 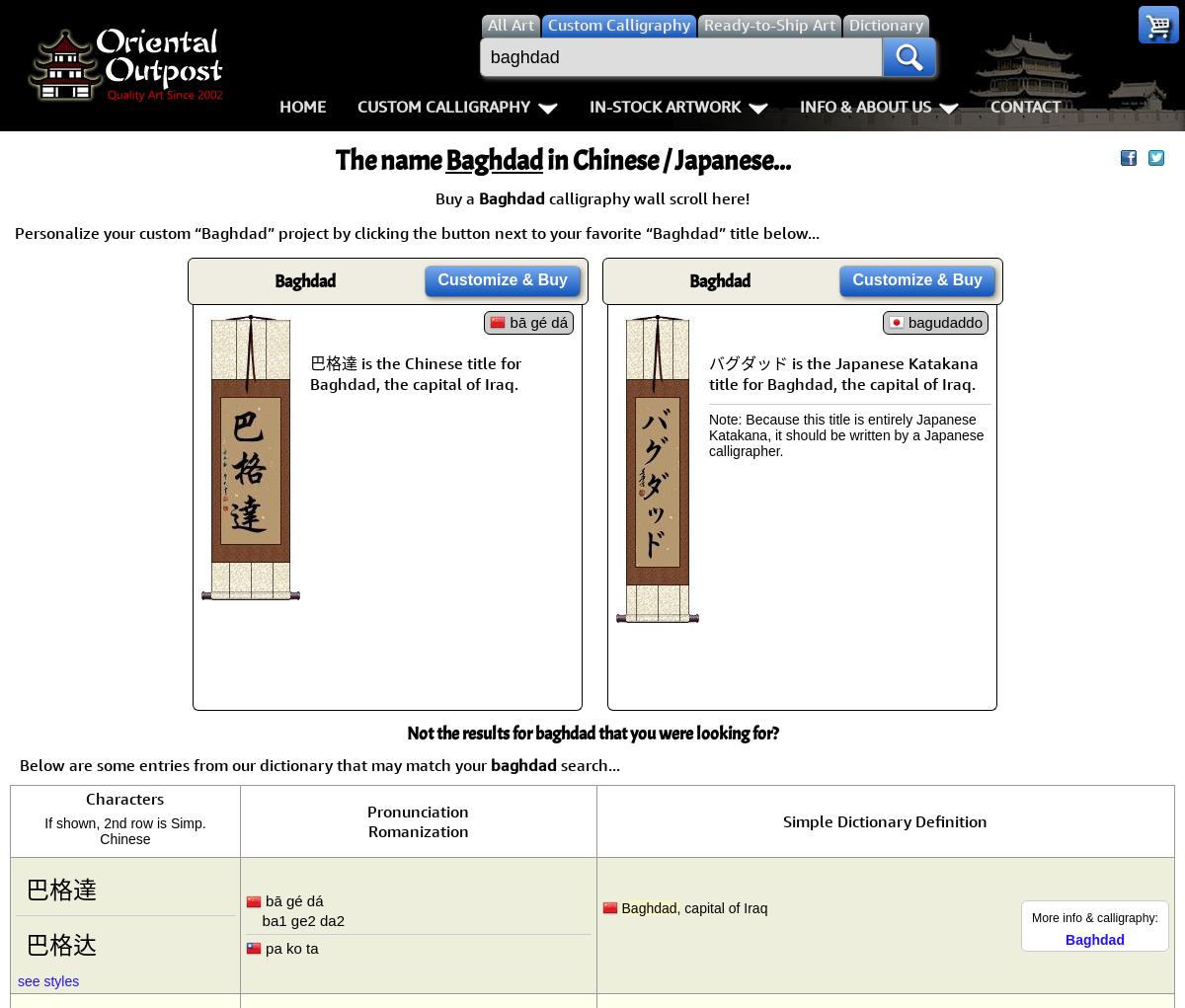 I want to click on 'If shown, 2nd row is Simp. Chinese', so click(x=124, y=831).